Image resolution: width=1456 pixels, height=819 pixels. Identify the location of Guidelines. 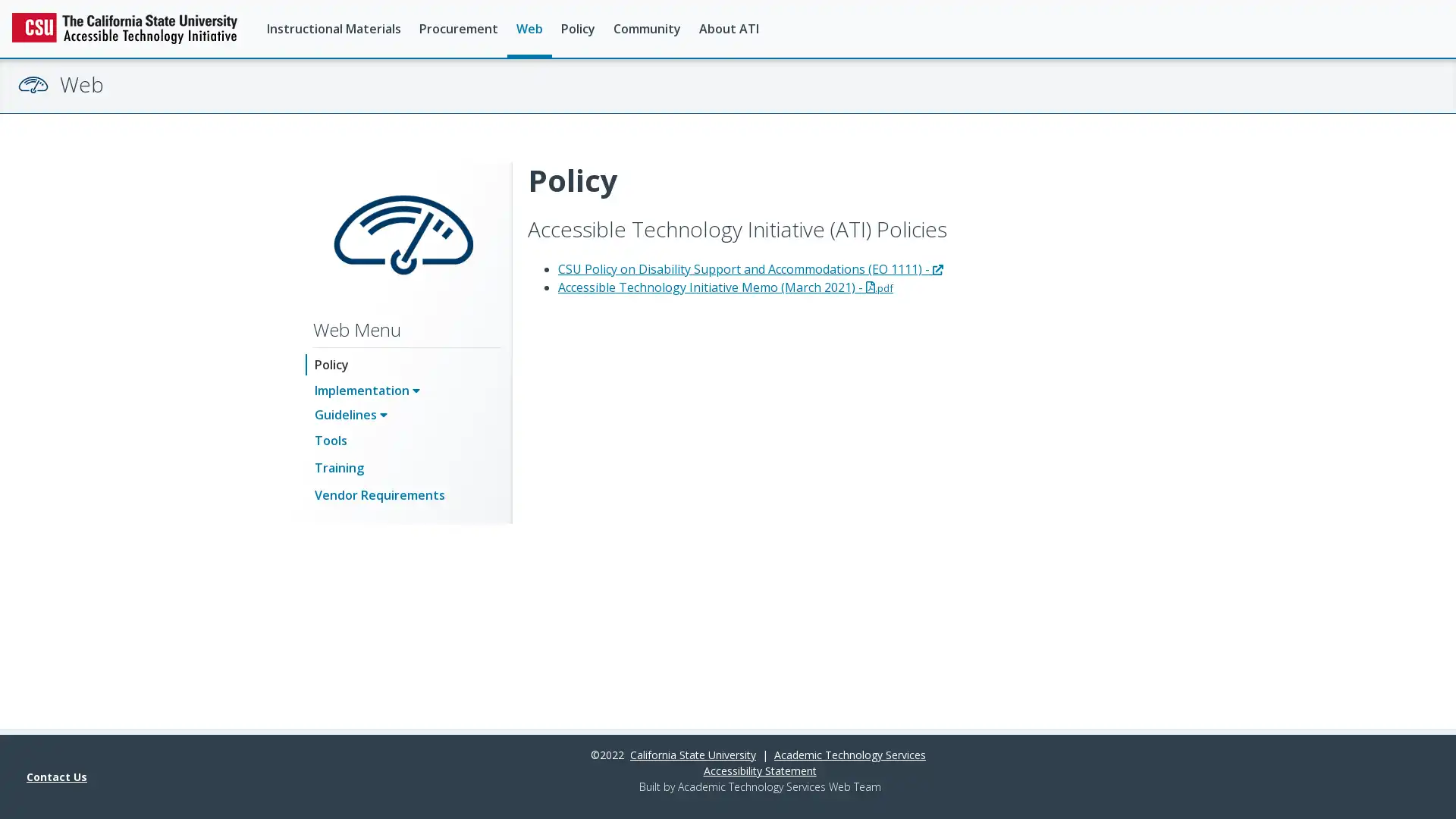
(350, 414).